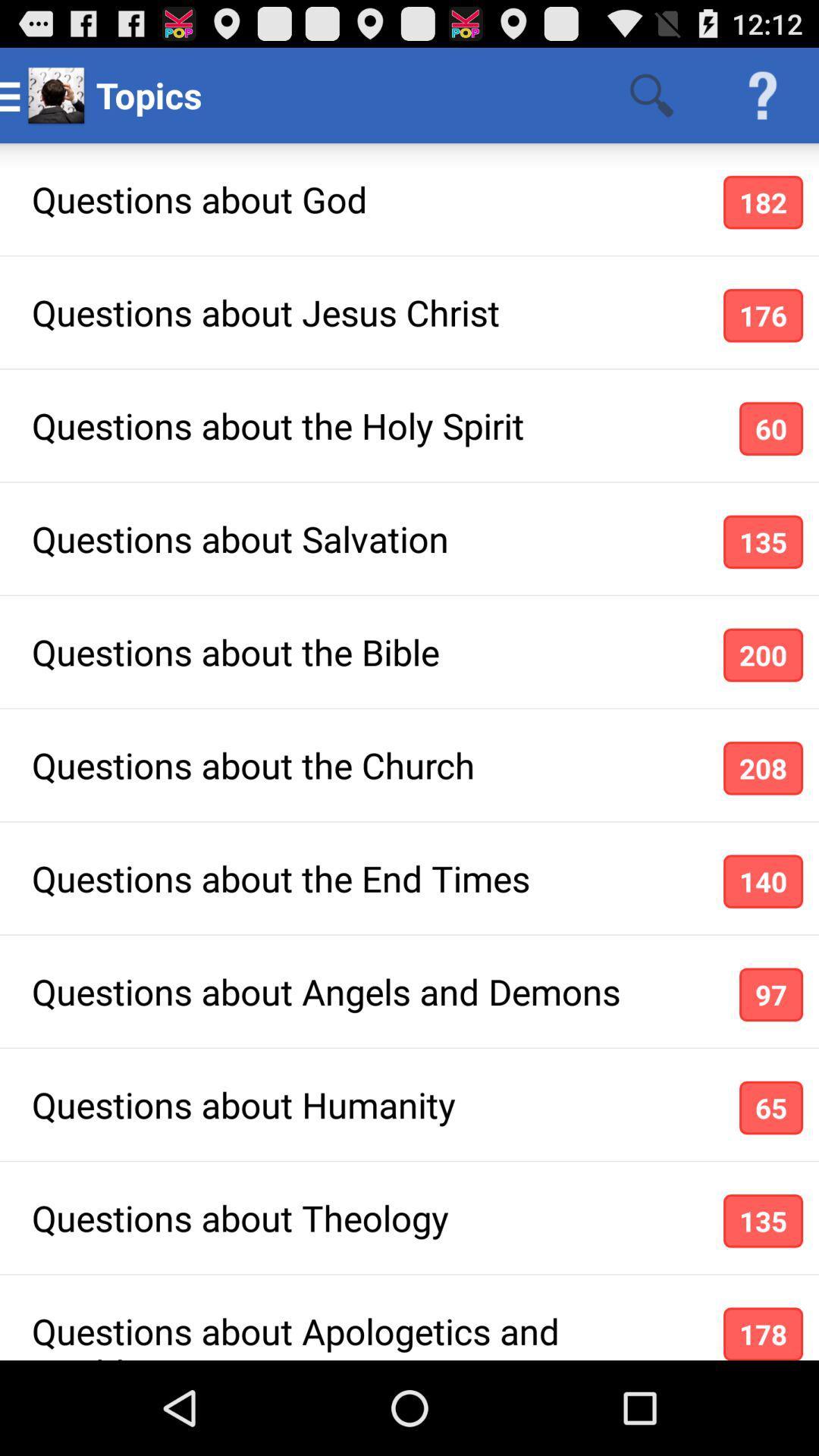 The height and width of the screenshot is (1456, 819). What do you see at coordinates (763, 655) in the screenshot?
I see `200` at bounding box center [763, 655].